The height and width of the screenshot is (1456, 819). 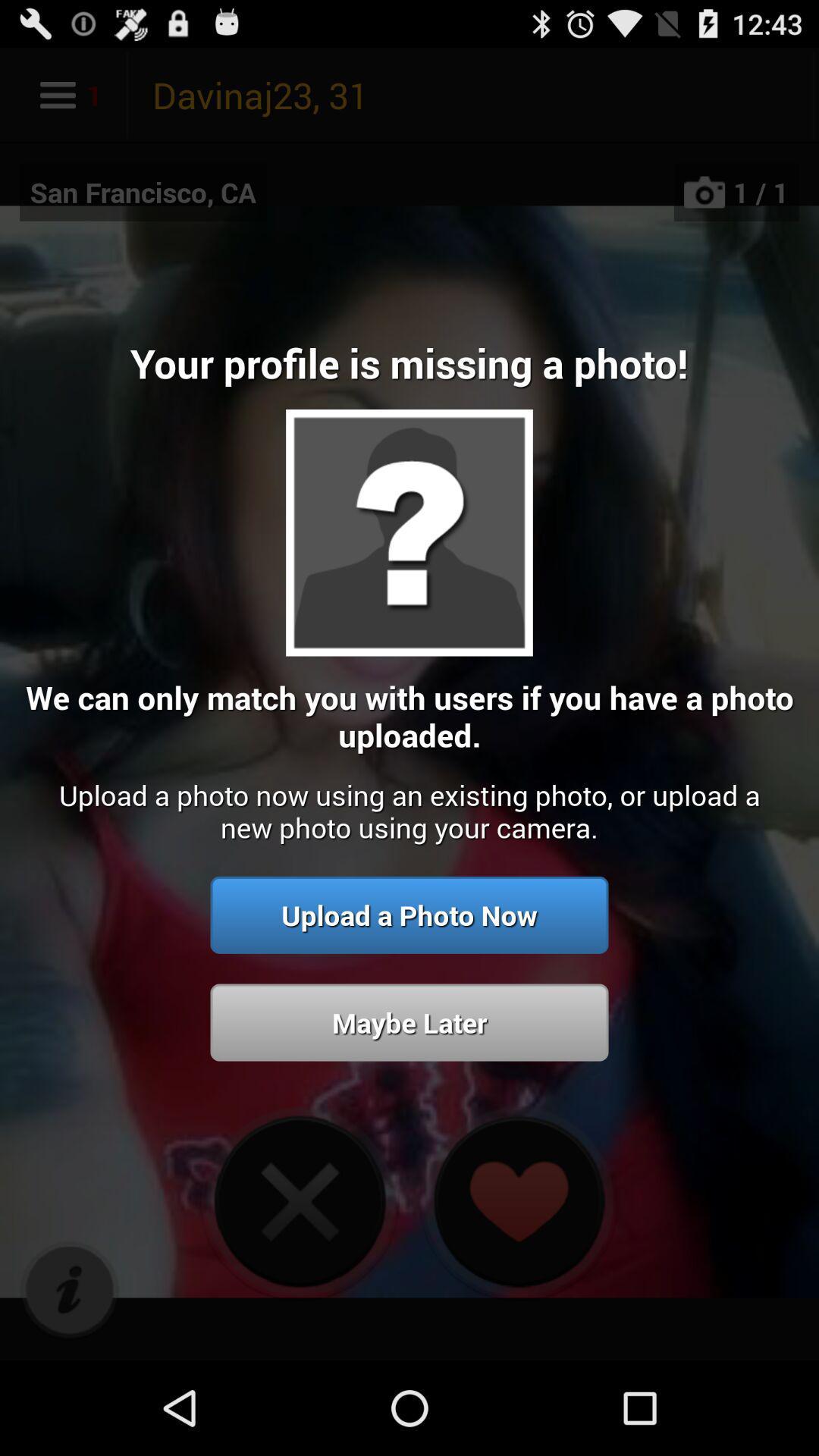 I want to click on button at the bottom left corner, so click(x=69, y=1290).